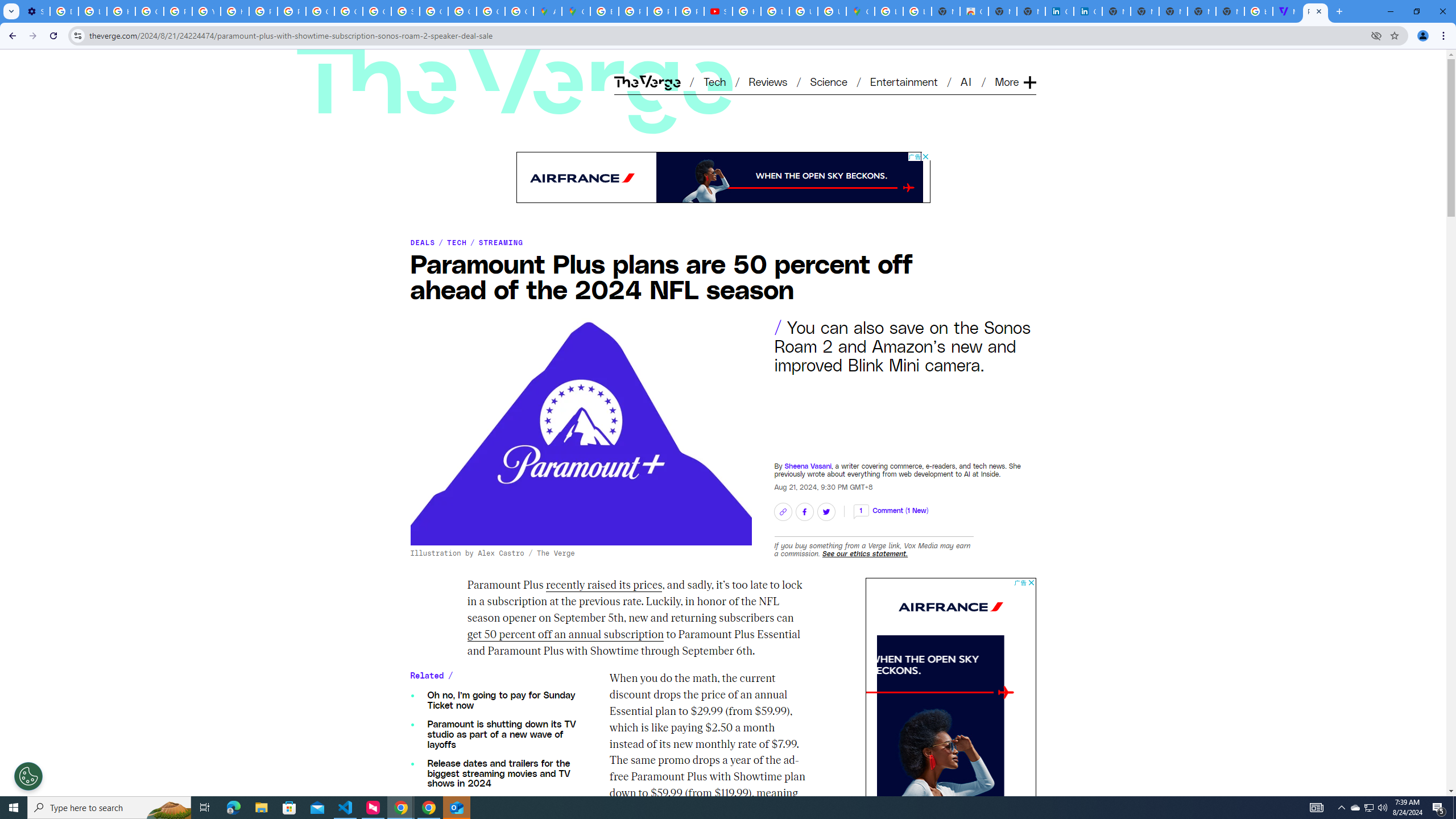  What do you see at coordinates (825, 511) in the screenshot?
I see `'Share on Twitter'` at bounding box center [825, 511].